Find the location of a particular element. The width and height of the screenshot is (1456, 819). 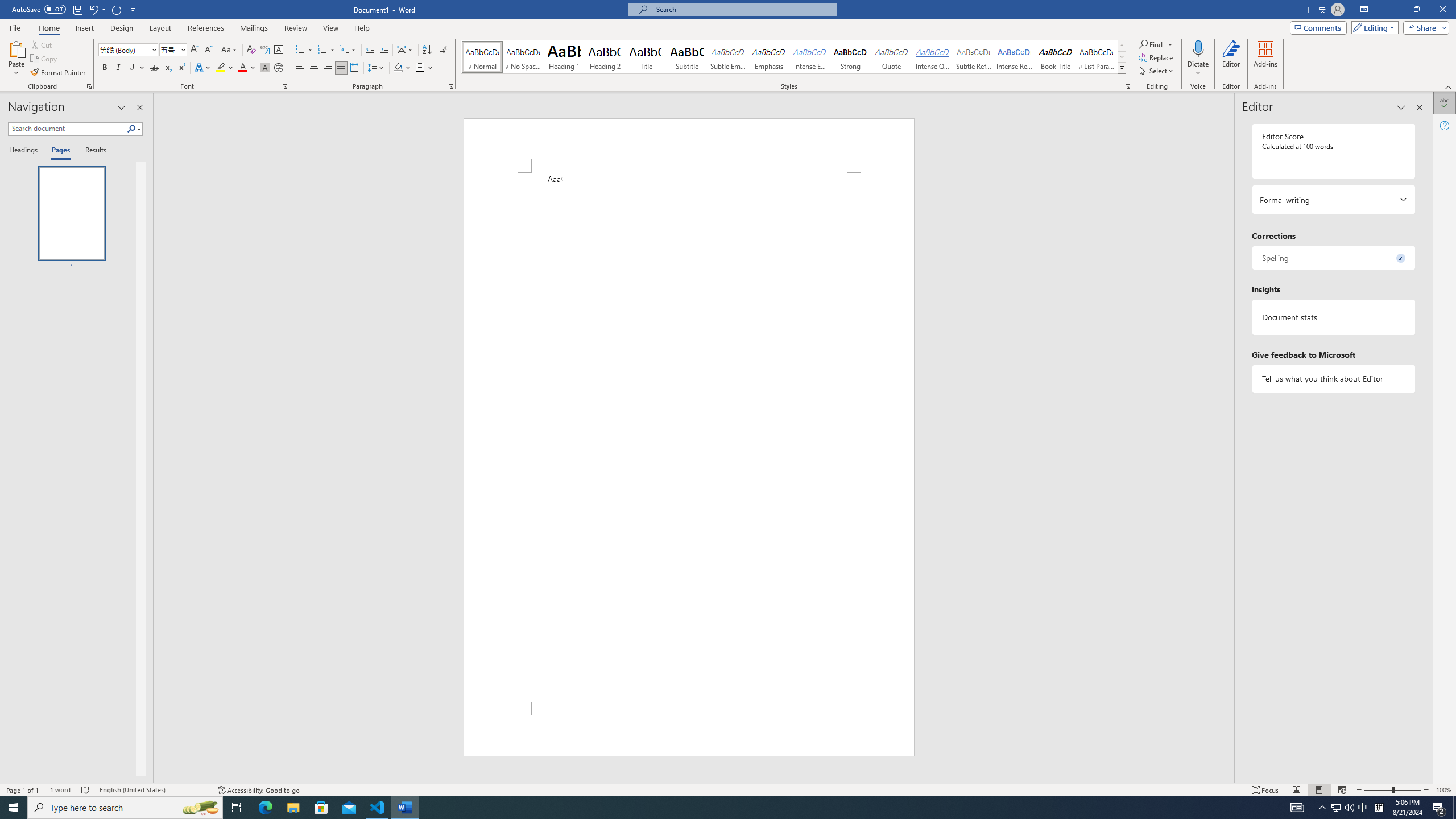

'Paragraph...' is located at coordinates (450, 85).